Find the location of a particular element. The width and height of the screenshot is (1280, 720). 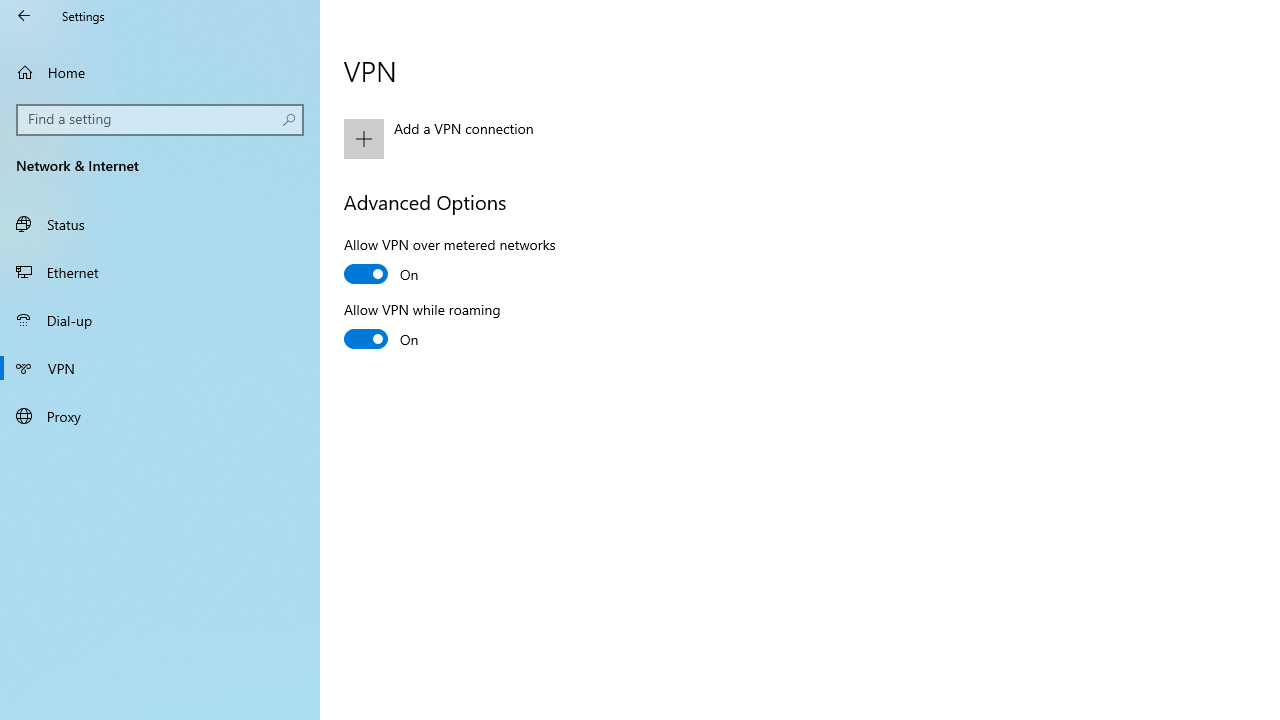

'Proxy' is located at coordinates (160, 414).